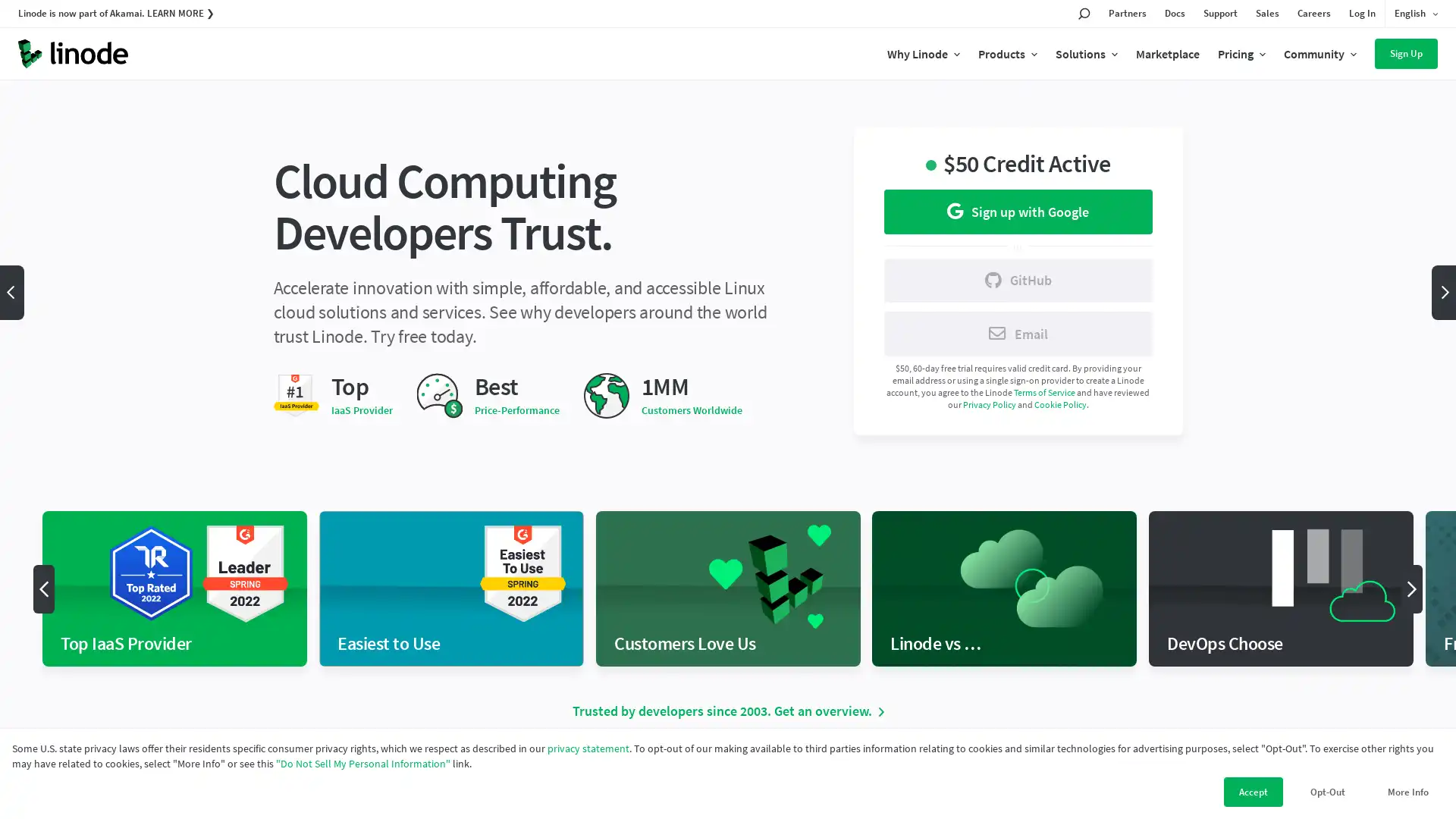 The height and width of the screenshot is (819, 1456). I want to click on Opt-Out, so click(1327, 791).